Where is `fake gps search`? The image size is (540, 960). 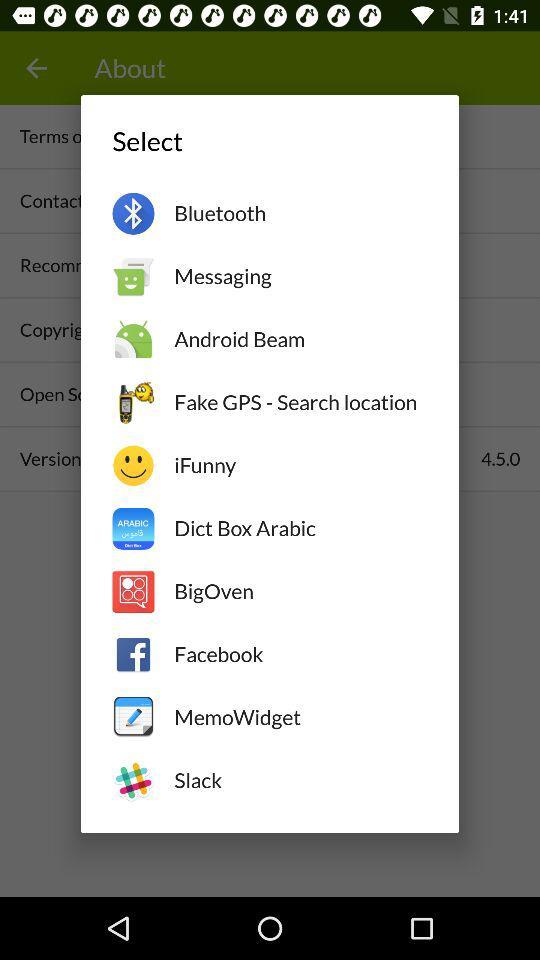
fake gps search is located at coordinates (299, 401).